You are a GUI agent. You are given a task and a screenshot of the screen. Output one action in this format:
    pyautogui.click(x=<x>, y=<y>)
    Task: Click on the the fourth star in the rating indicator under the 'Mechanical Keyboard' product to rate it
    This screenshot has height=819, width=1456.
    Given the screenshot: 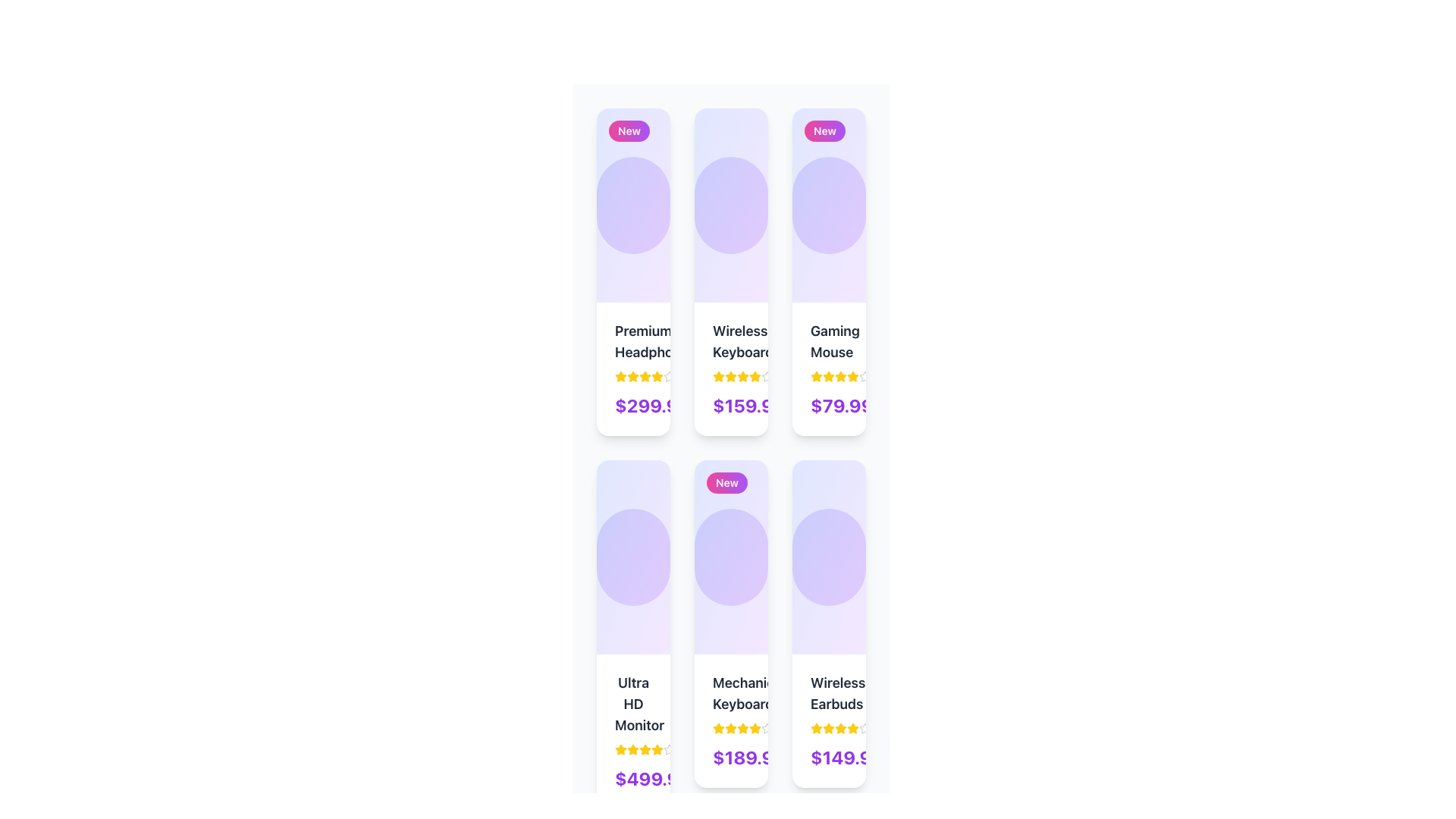 What is the action you would take?
    pyautogui.click(x=742, y=727)
    